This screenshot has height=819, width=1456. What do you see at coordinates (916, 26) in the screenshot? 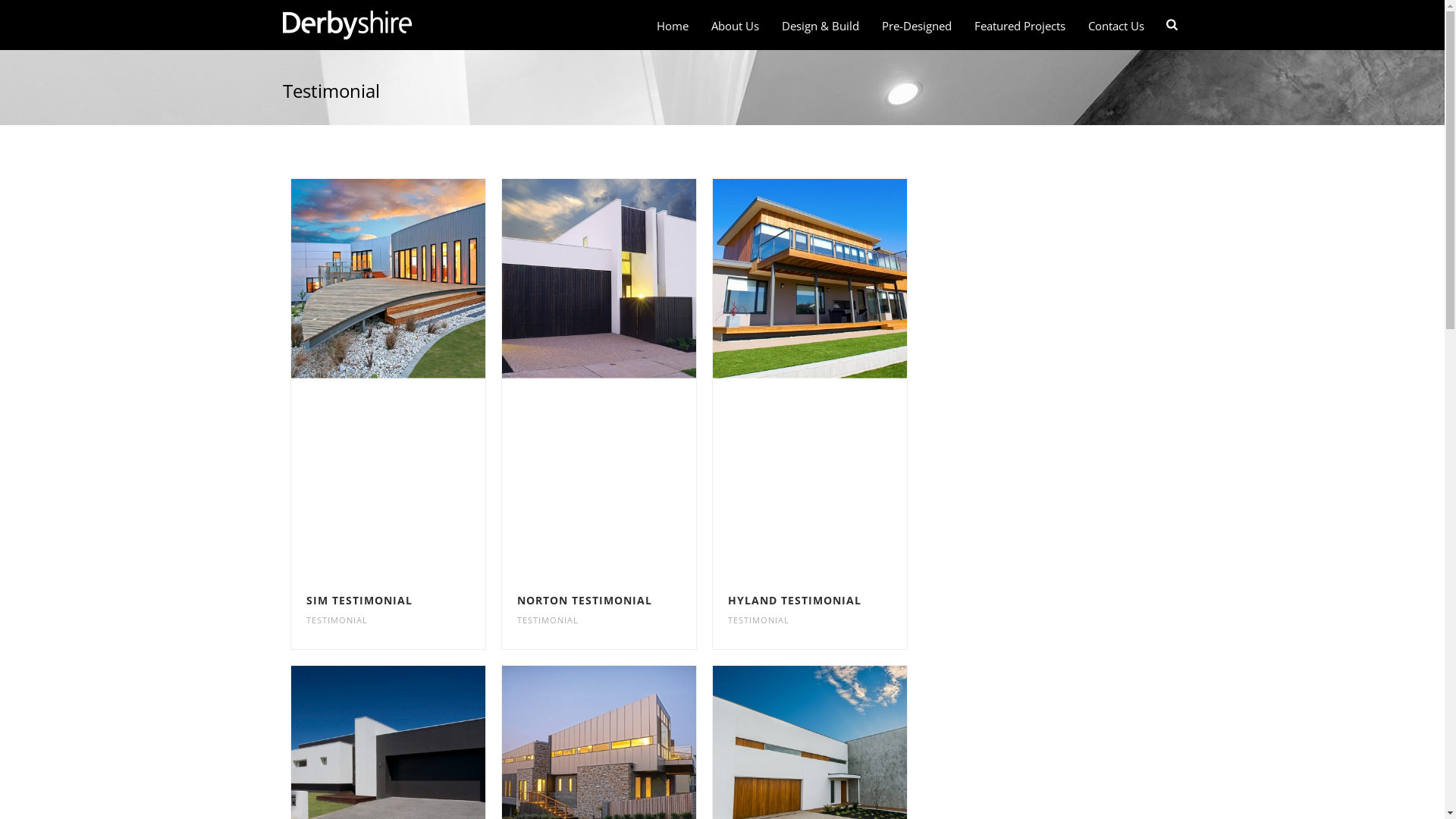
I see `'Pre-Designed'` at bounding box center [916, 26].